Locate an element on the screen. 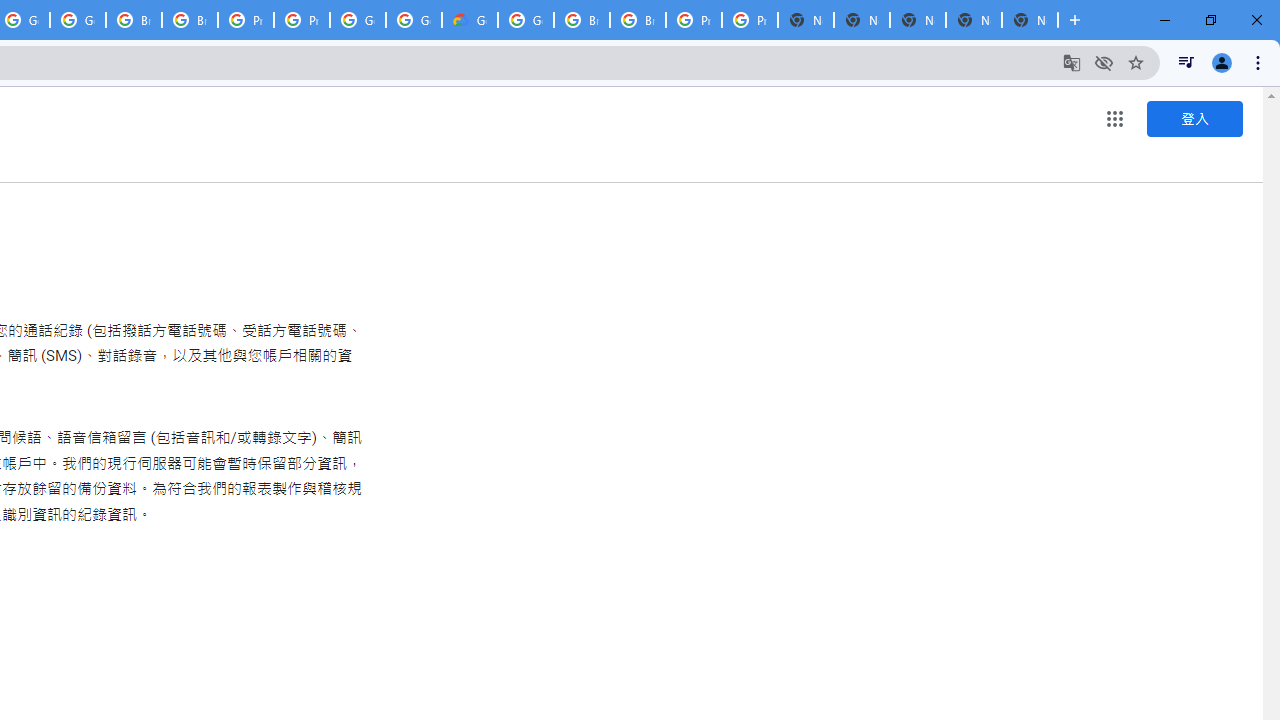 The height and width of the screenshot is (720, 1280). 'Google Cloud Platform' is located at coordinates (526, 20).